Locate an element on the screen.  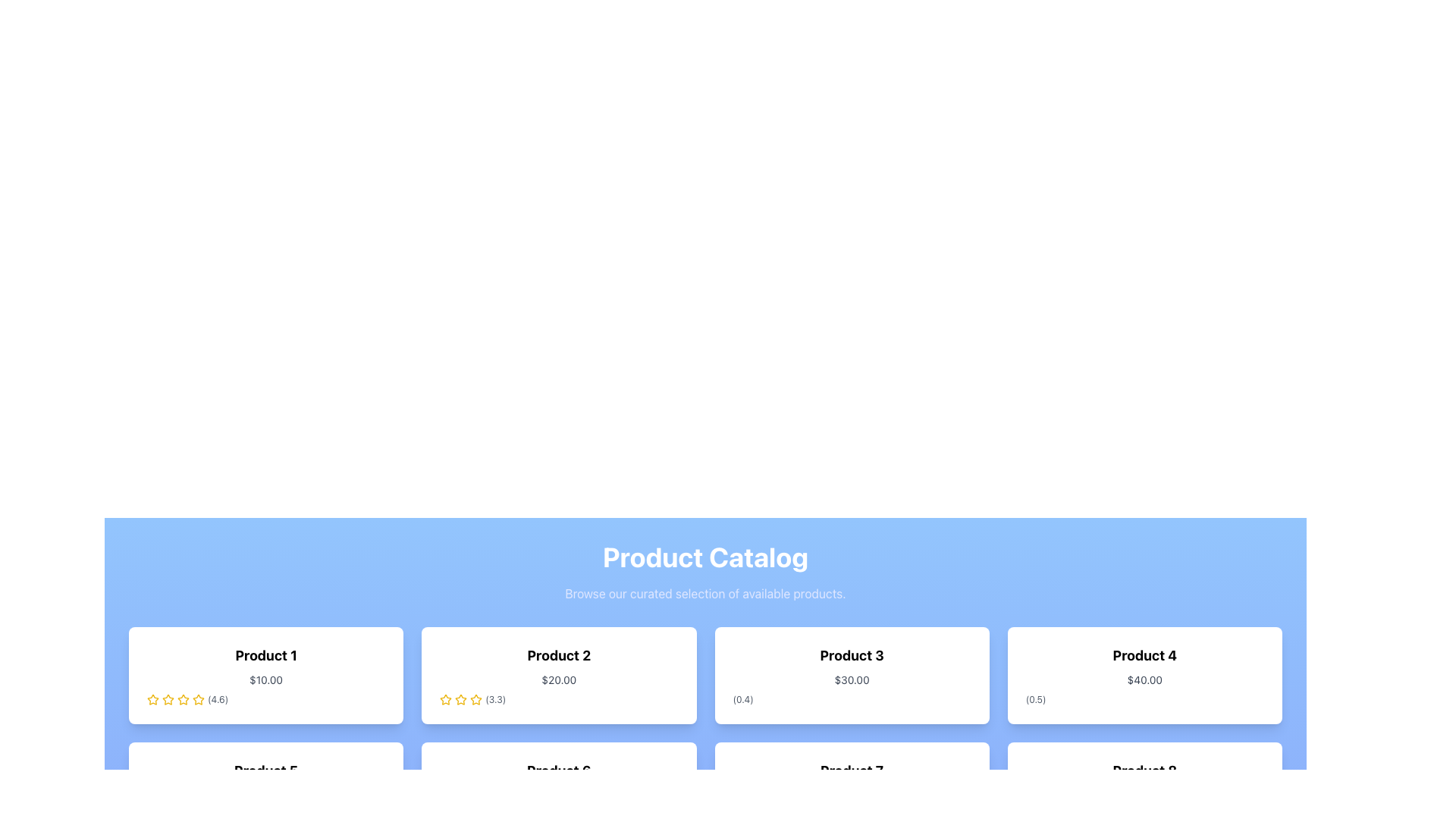
the small-sized text label displaying '(0.5)' in gray, located under the product price of $40.00 in the 'Product 4' card is located at coordinates (1035, 699).